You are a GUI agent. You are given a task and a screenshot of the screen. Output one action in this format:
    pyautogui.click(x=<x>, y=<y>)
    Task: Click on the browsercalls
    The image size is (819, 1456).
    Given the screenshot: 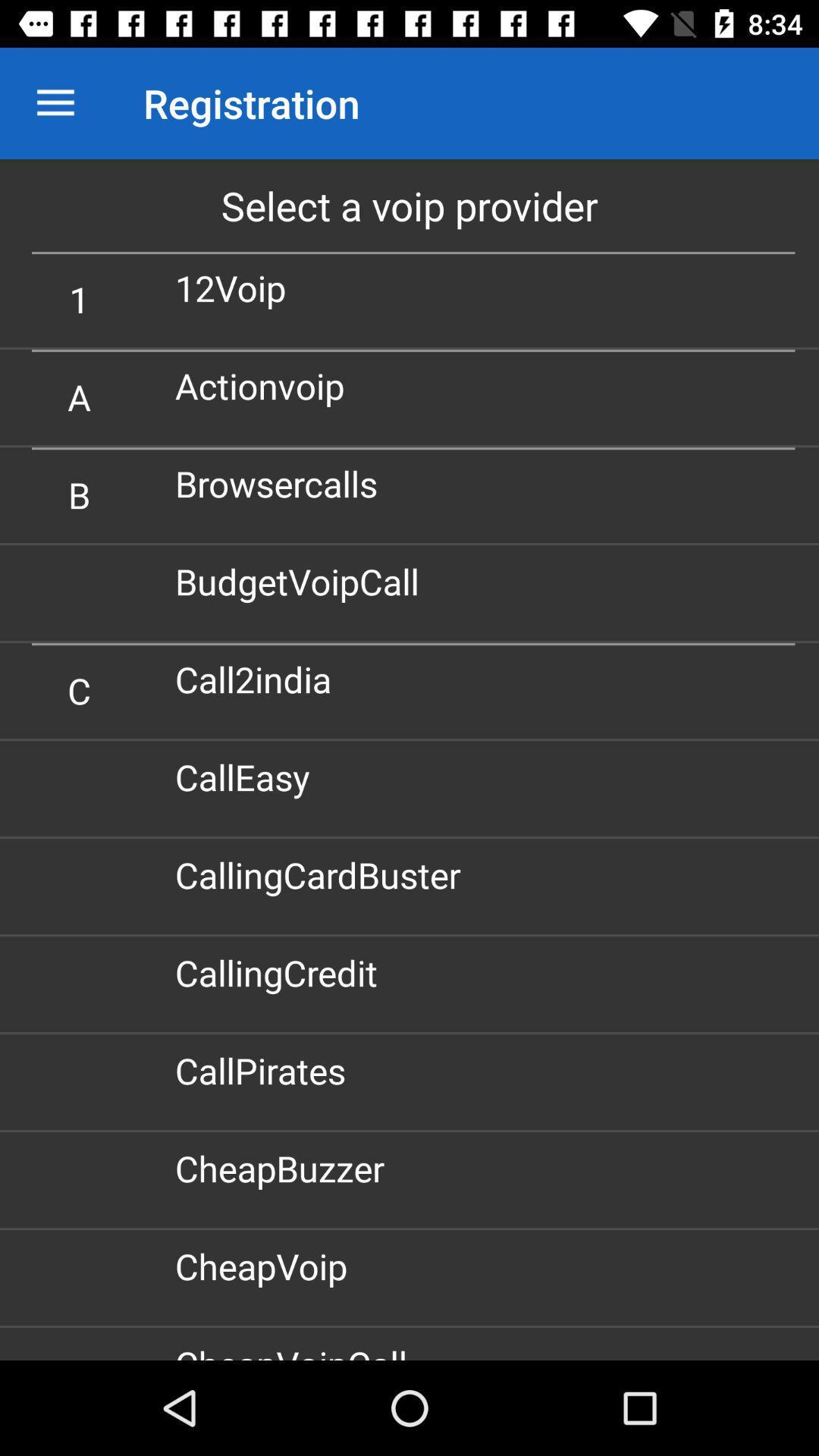 What is the action you would take?
    pyautogui.click(x=282, y=482)
    